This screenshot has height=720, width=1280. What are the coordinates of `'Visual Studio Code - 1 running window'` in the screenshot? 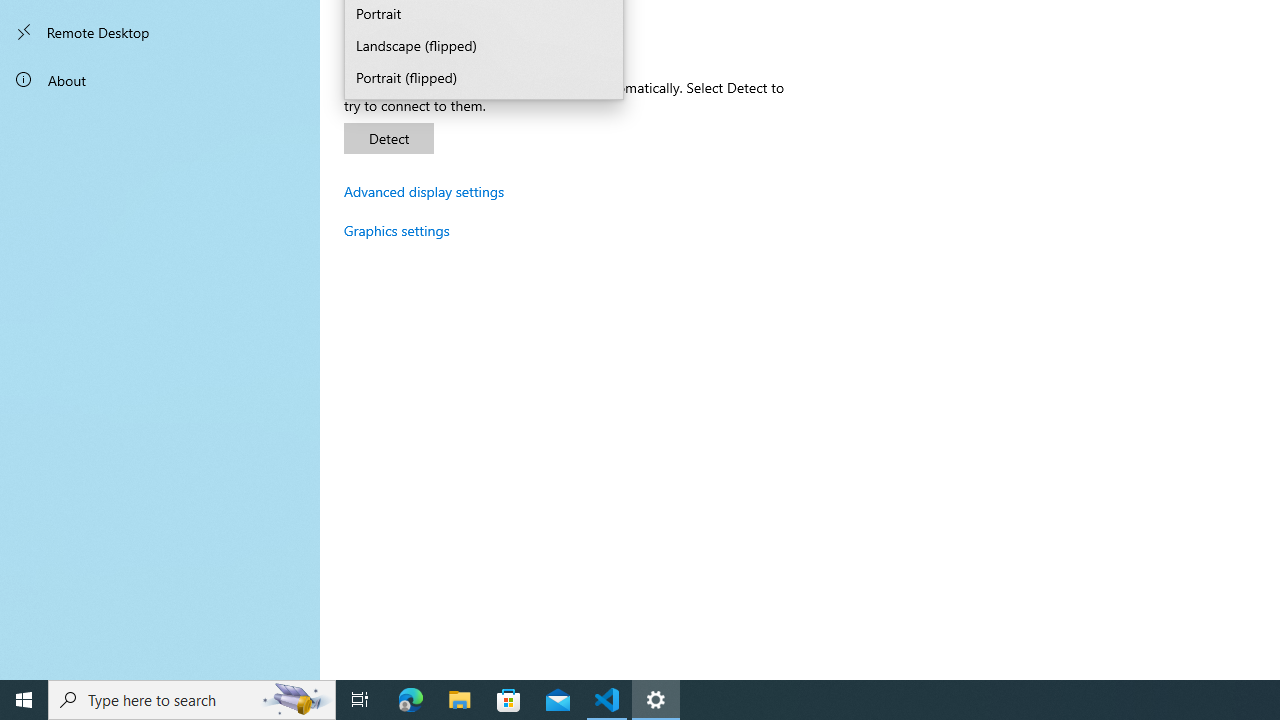 It's located at (606, 698).